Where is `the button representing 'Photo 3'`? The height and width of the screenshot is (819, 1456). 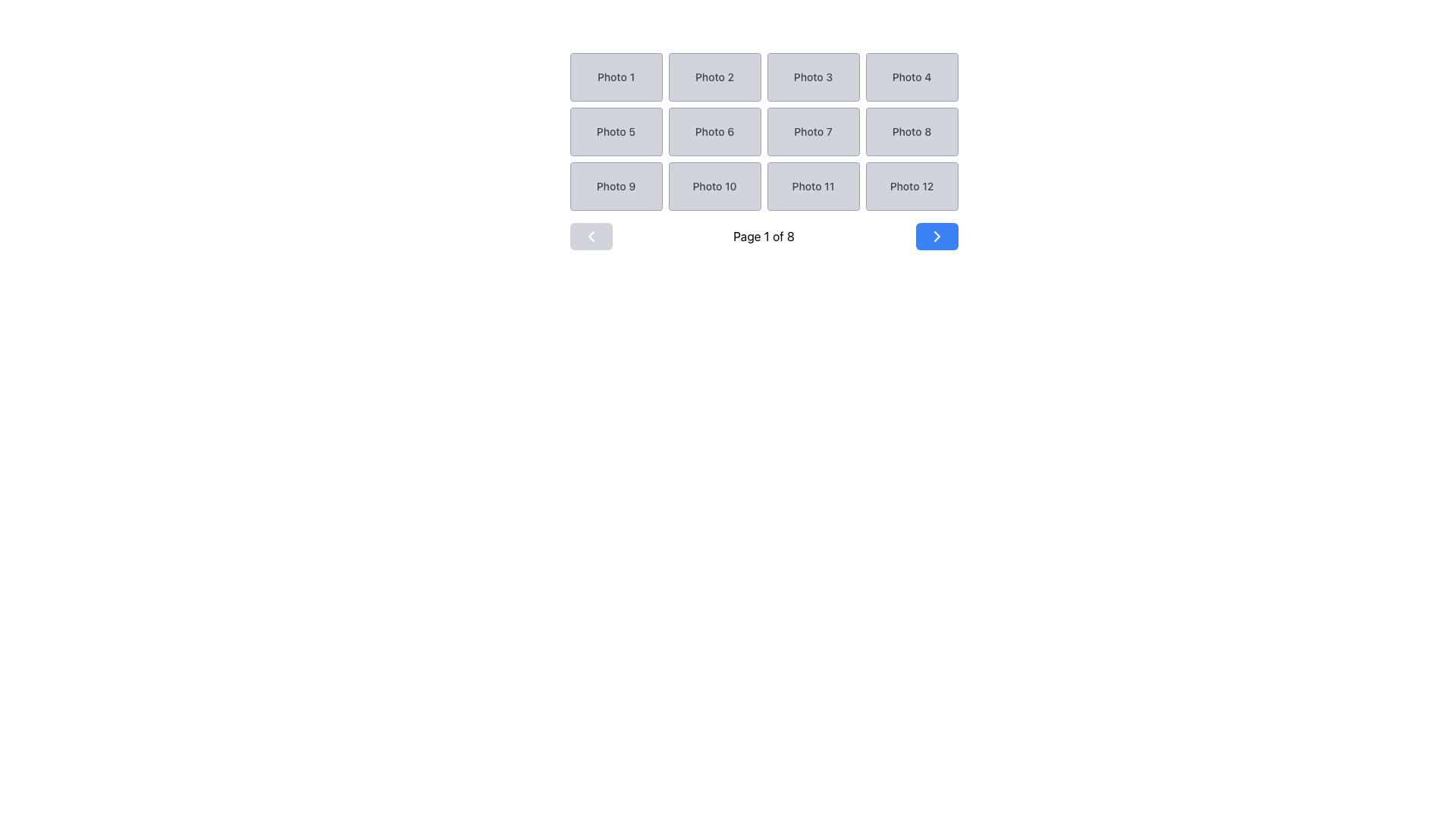 the button representing 'Photo 3' is located at coordinates (812, 77).